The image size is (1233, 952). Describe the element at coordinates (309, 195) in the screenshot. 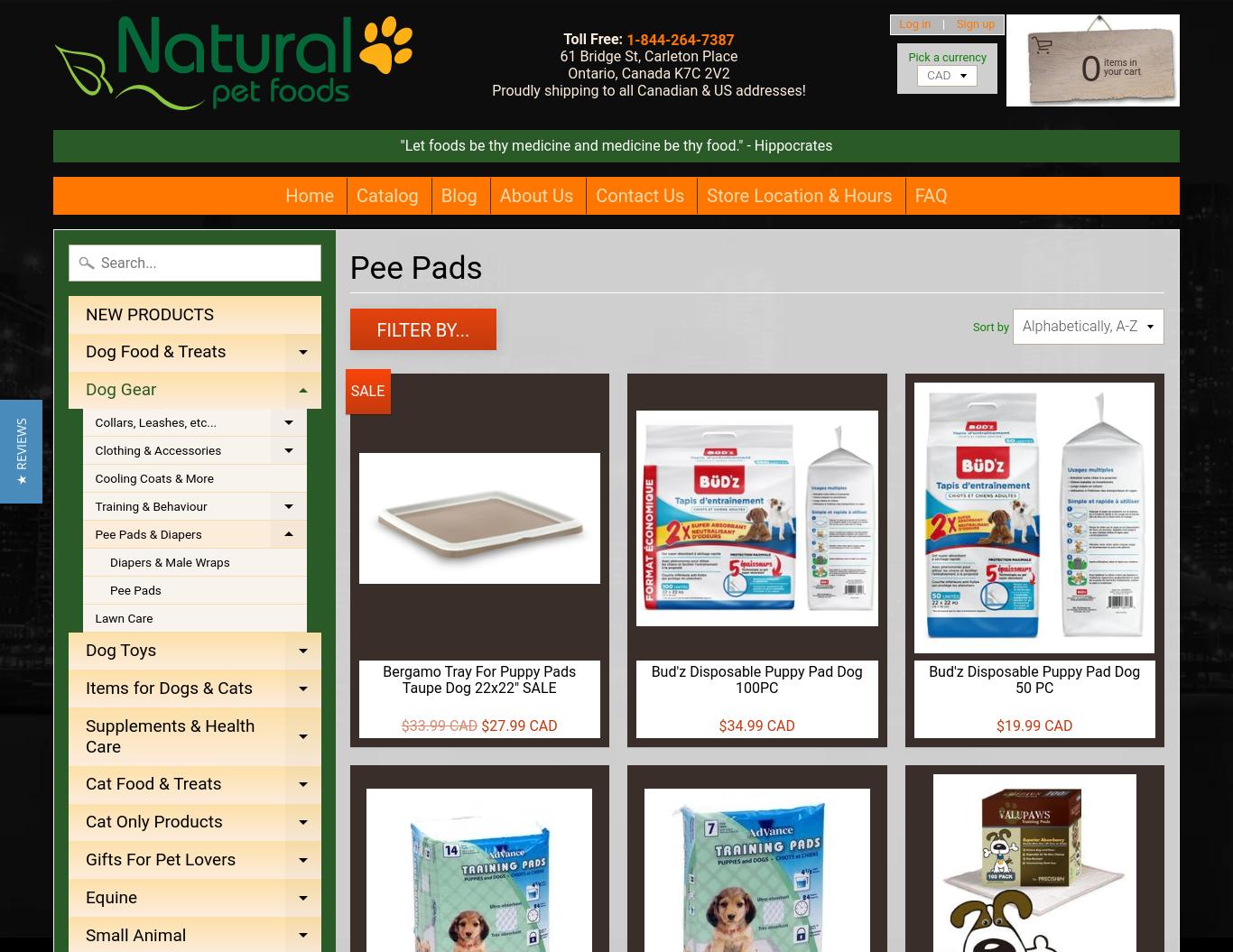

I see `'Home'` at that location.